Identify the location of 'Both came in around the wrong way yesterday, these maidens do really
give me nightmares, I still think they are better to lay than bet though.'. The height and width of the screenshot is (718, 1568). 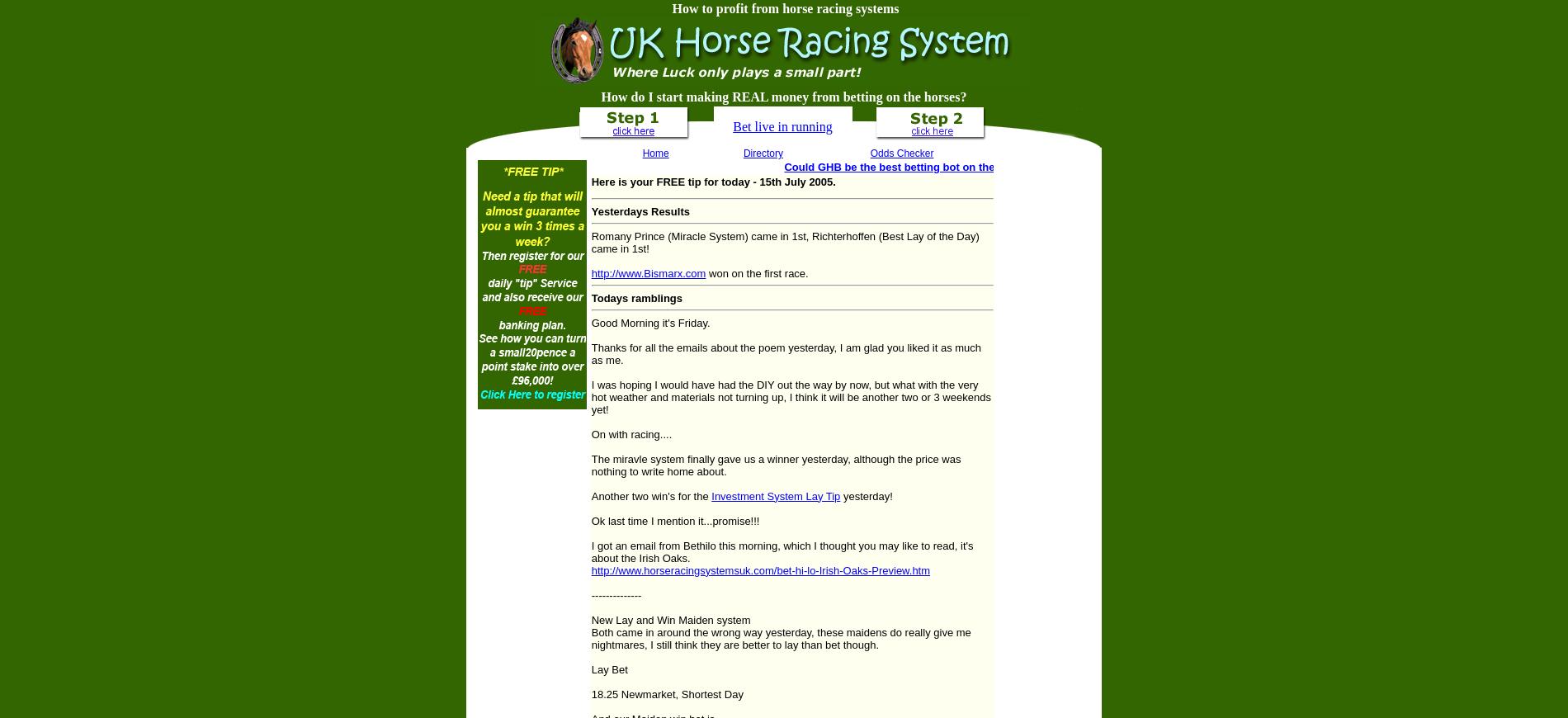
(780, 637).